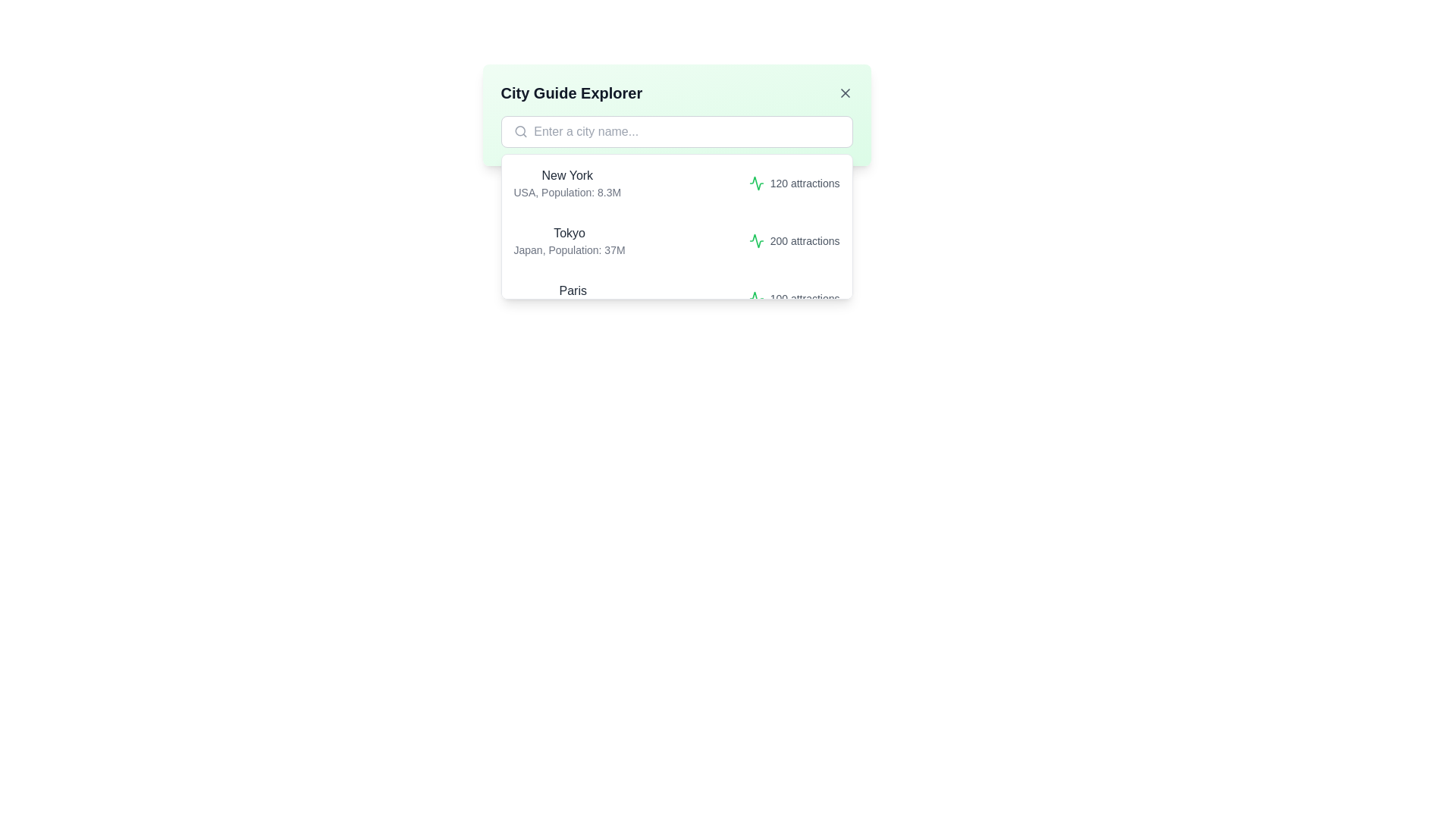 The image size is (1456, 819). Describe the element at coordinates (756, 183) in the screenshot. I see `the icon representing activity or attraction metrics for the city of New York, located to the left of the text '120 attractions'` at that location.